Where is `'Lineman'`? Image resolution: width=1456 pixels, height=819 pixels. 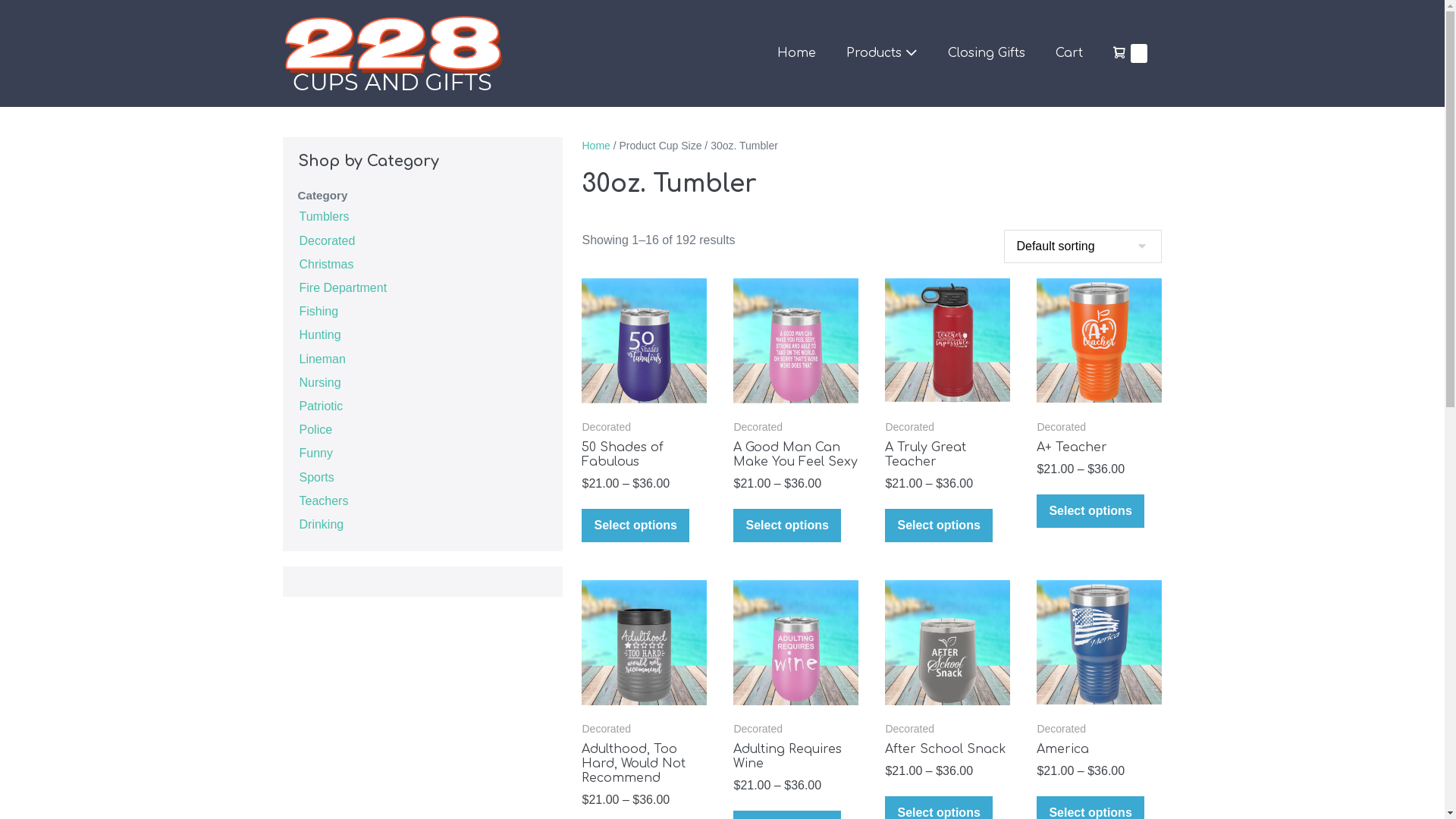 'Lineman' is located at coordinates (321, 357).